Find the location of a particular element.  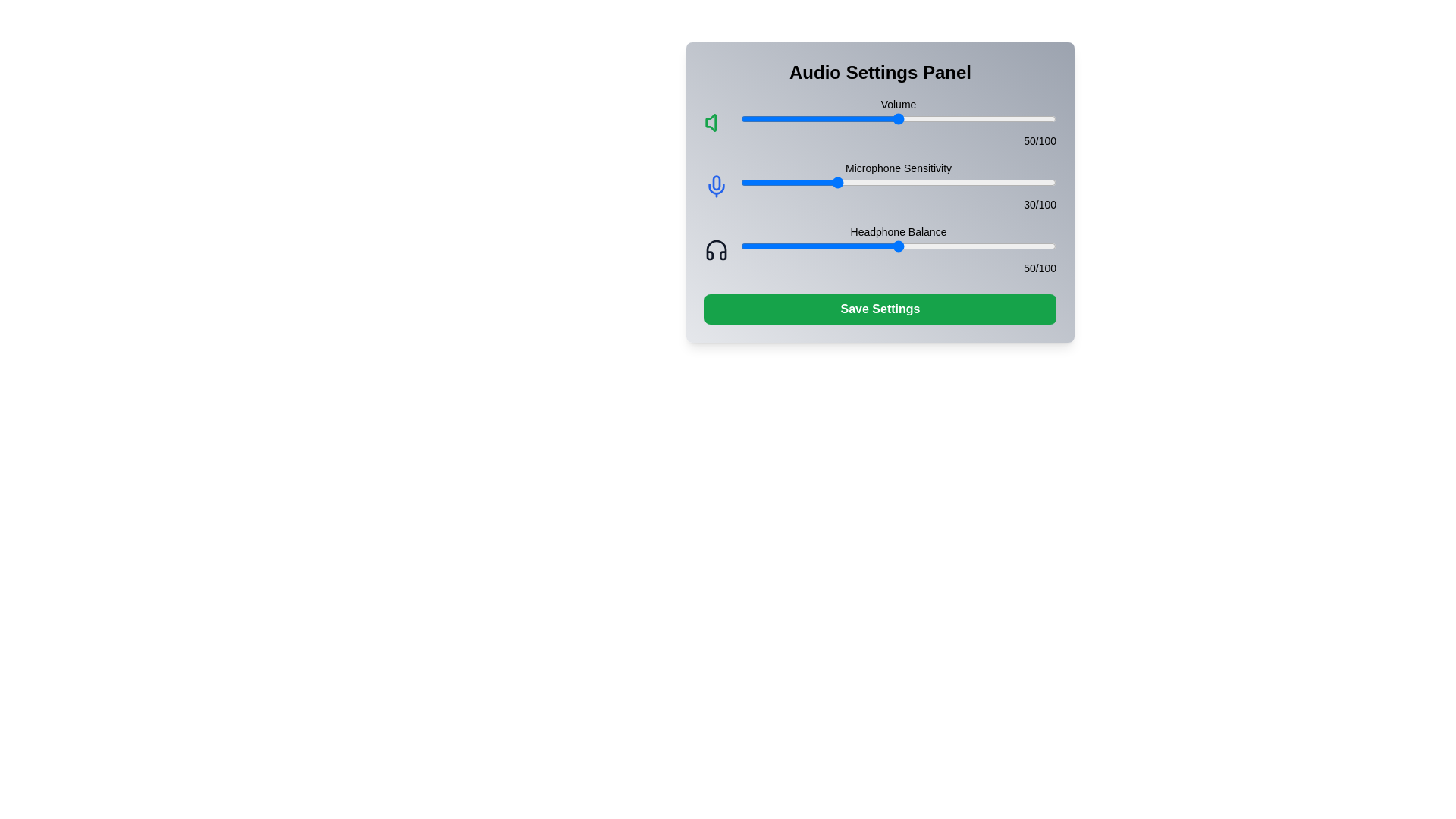

microphone sensitivity is located at coordinates (920, 181).